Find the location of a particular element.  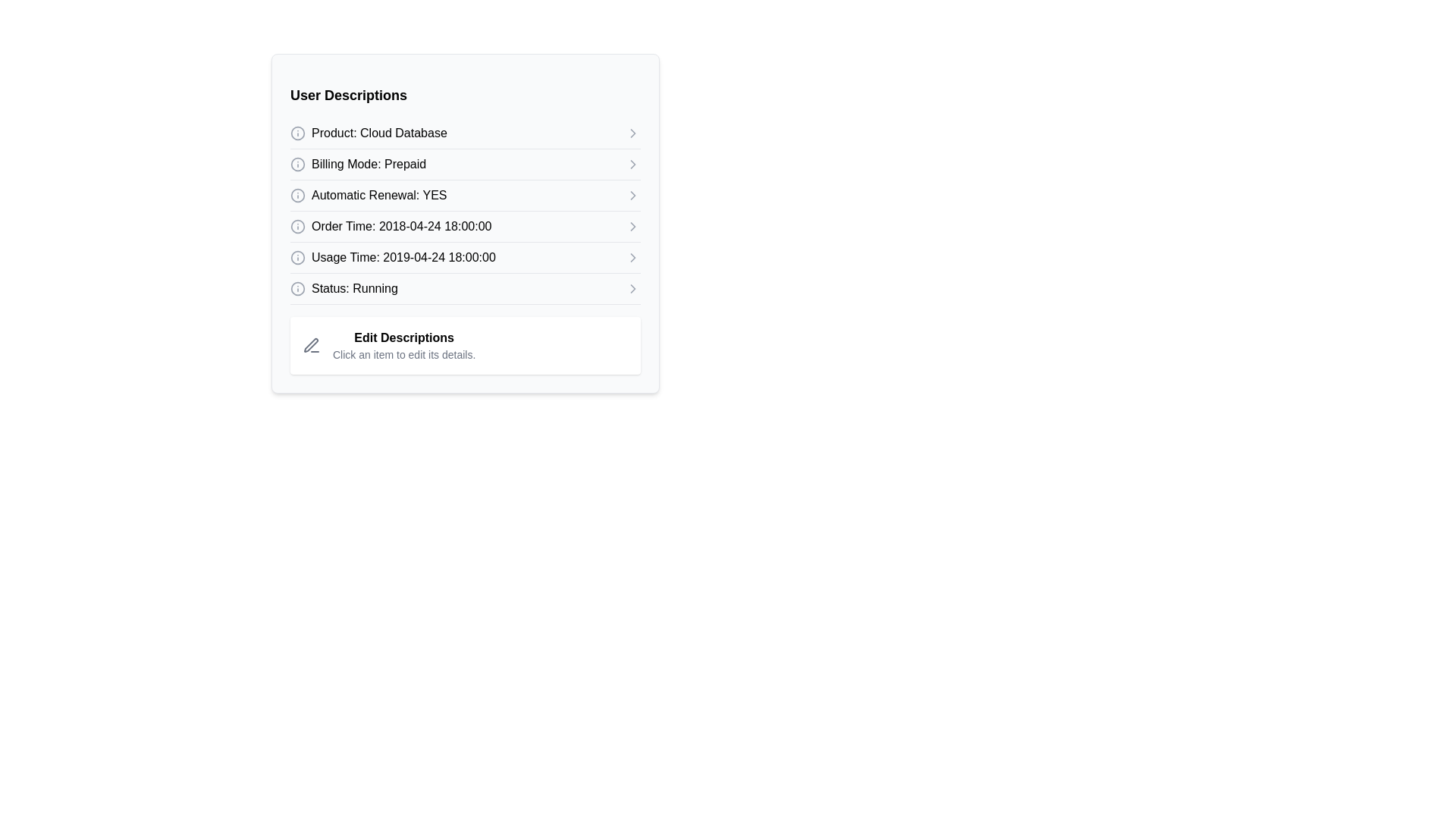

the circular icon with a gray border located to the left of the text 'Product: Cloud Database' in the first row of the list within the 'User Descriptions' section is located at coordinates (298, 133).